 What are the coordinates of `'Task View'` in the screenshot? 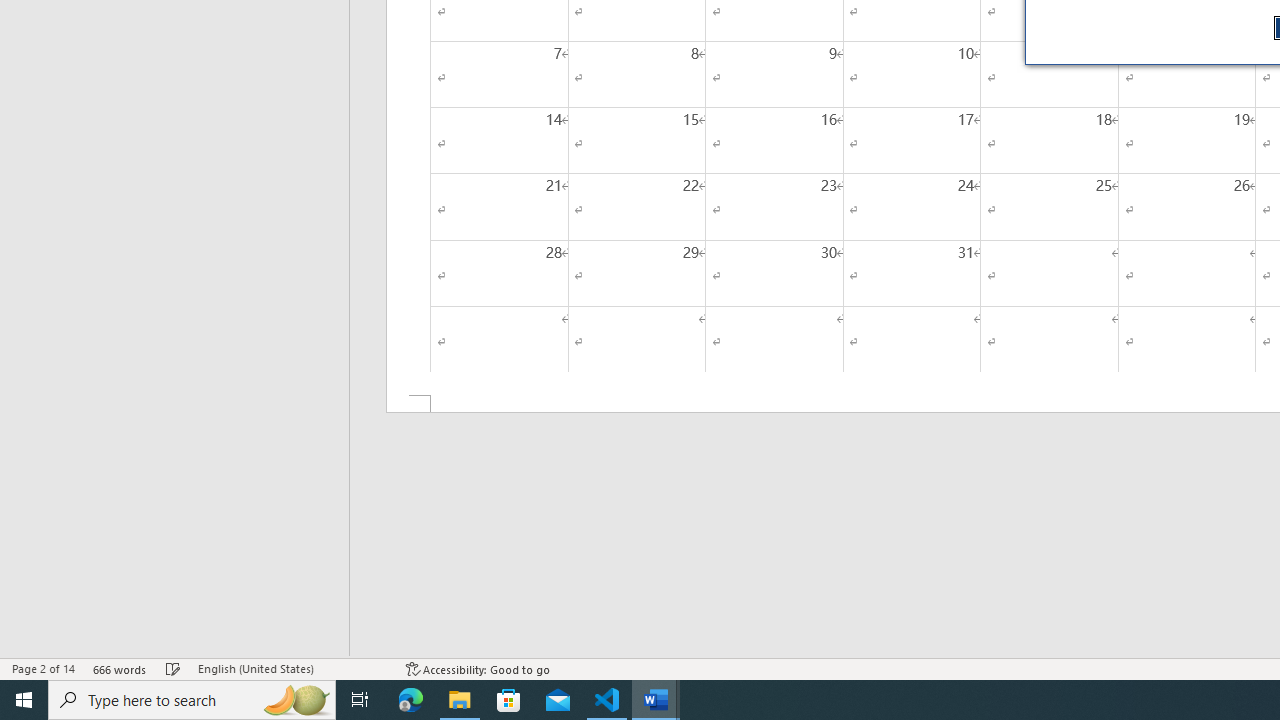 It's located at (359, 698).